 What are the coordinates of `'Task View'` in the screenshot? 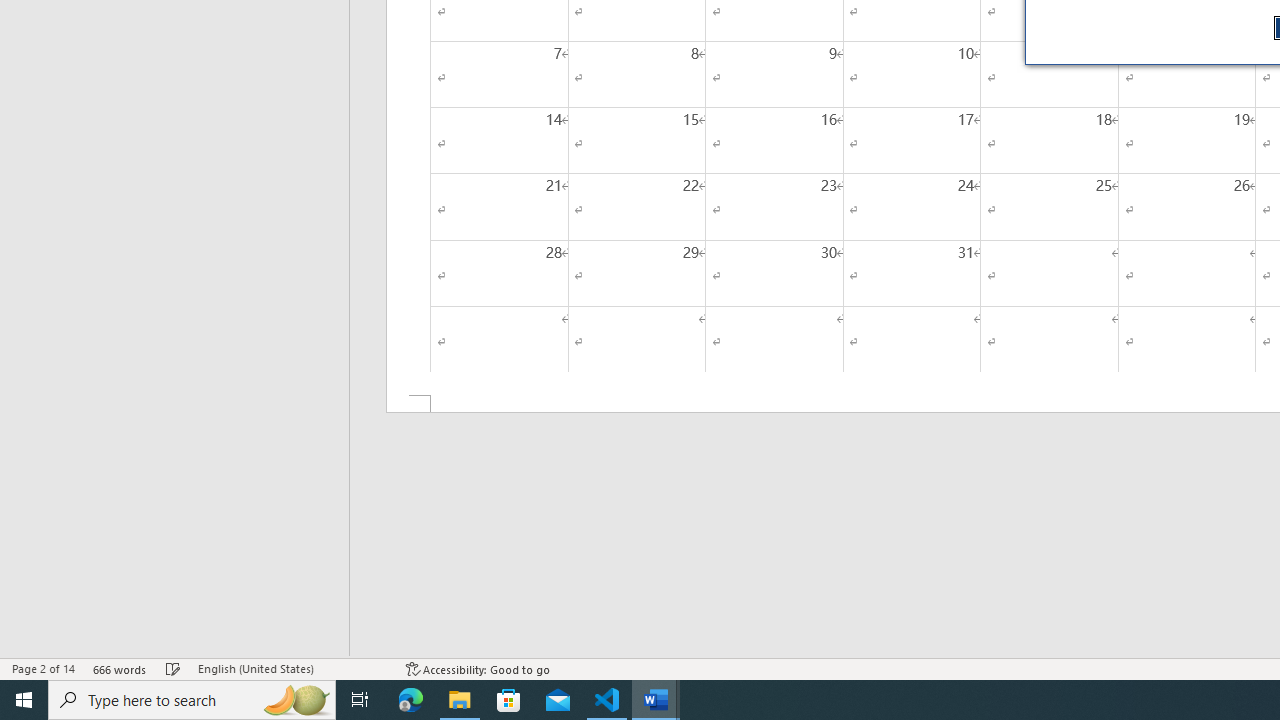 It's located at (359, 698).